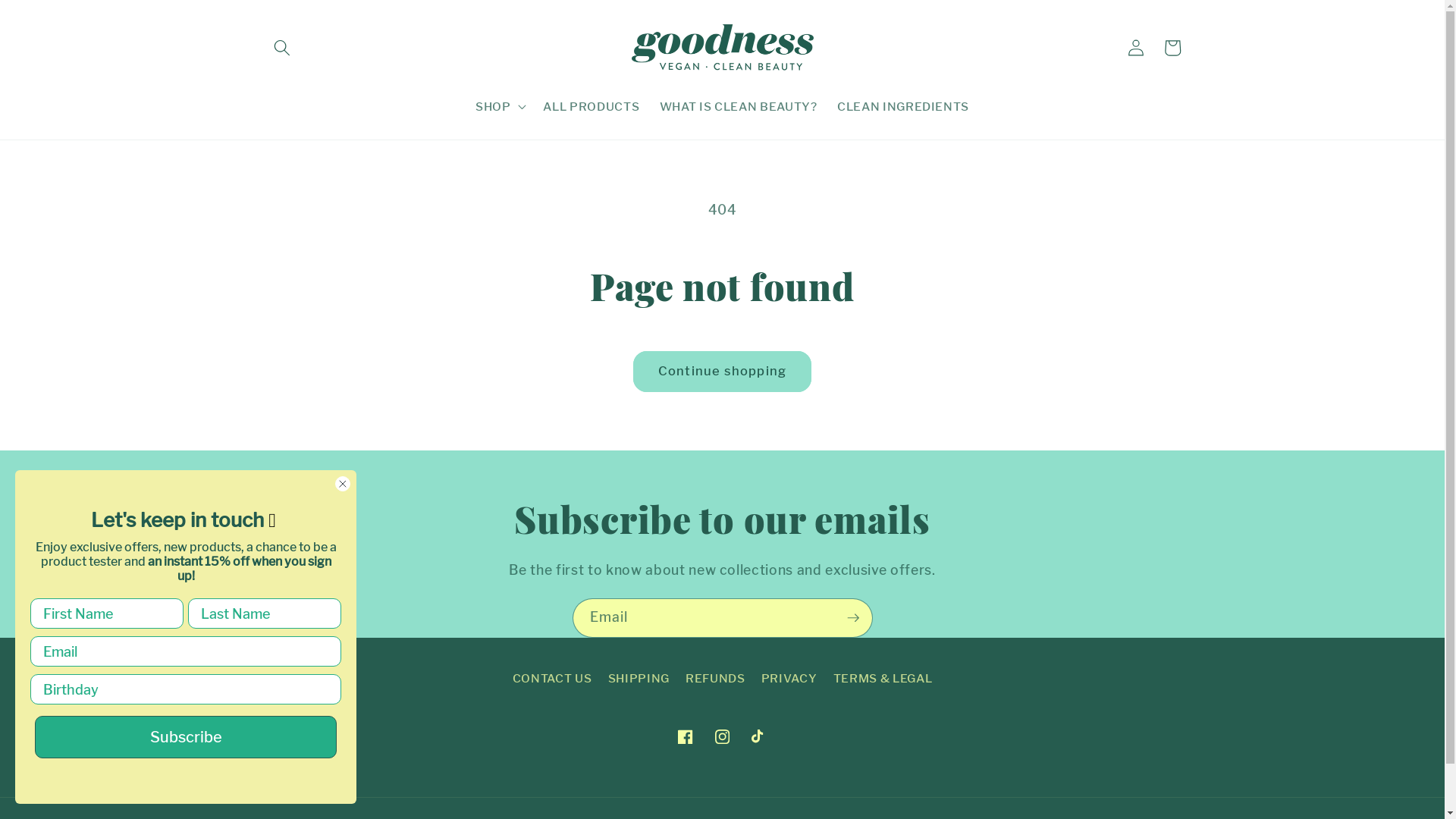 The width and height of the screenshot is (1456, 819). Describe the element at coordinates (633, 371) in the screenshot. I see `'Continue shopping'` at that location.